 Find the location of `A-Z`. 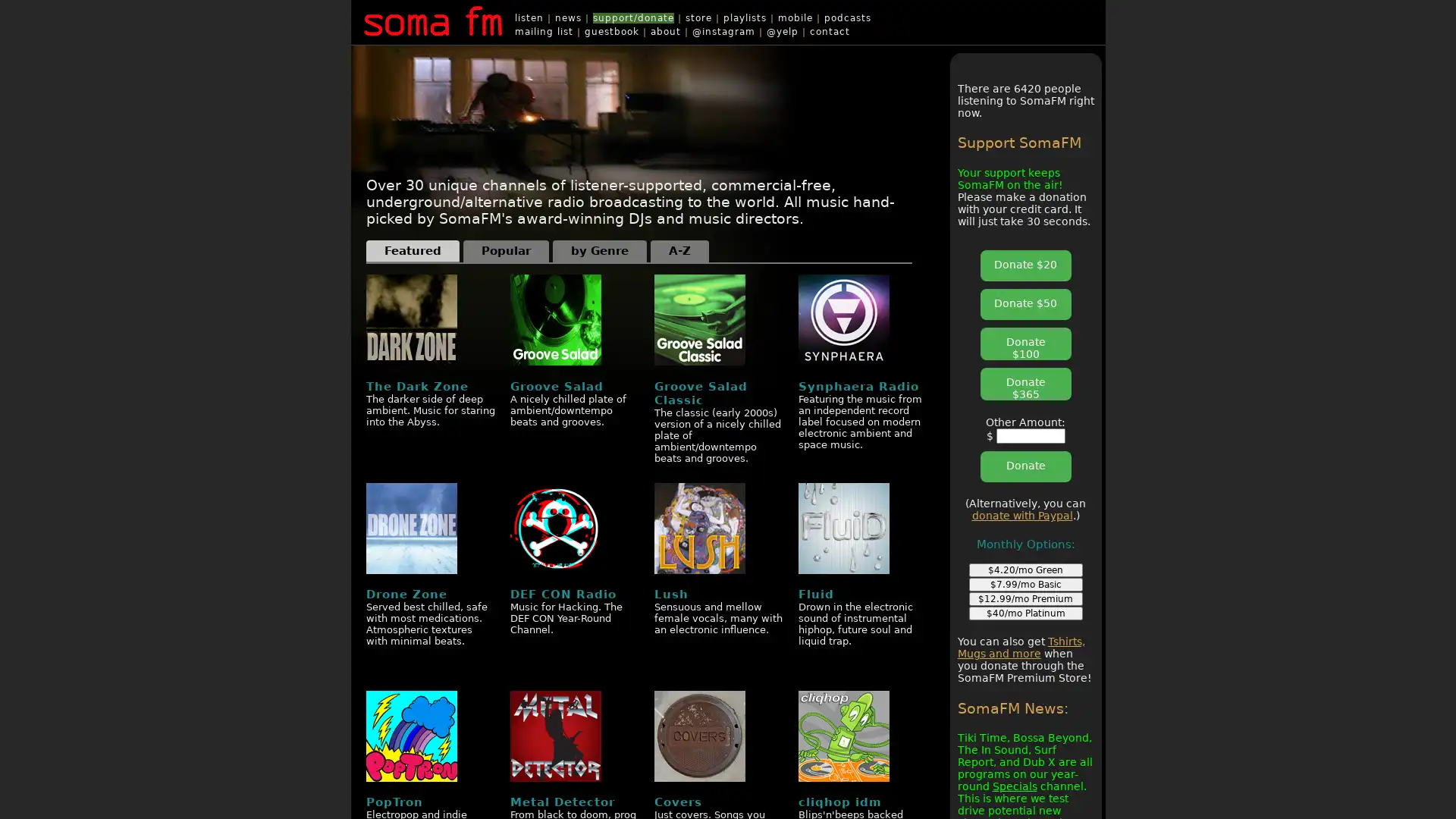

A-Z is located at coordinates (678, 250).